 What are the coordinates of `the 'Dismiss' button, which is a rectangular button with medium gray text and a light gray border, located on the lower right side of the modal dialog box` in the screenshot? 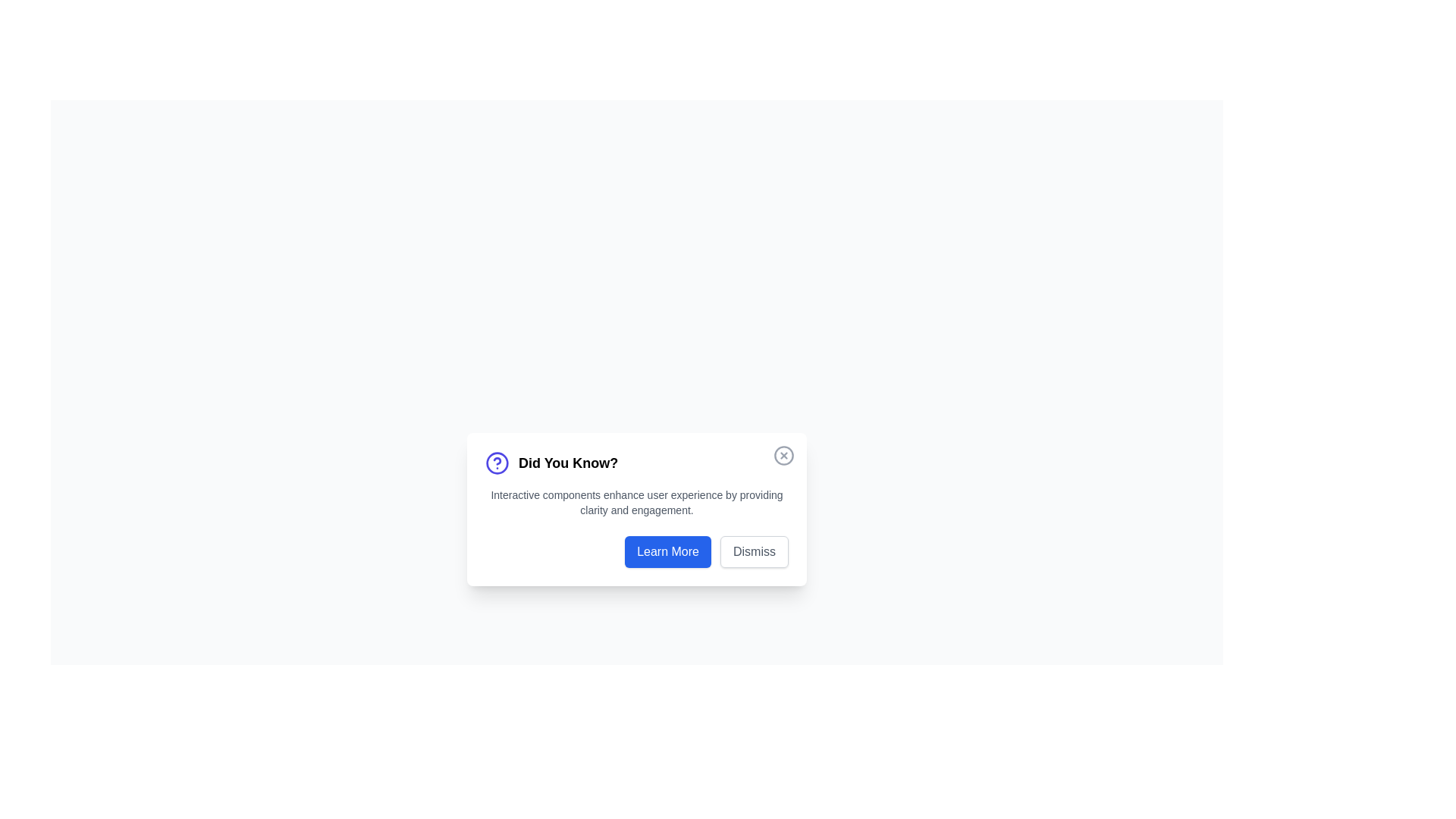 It's located at (754, 552).